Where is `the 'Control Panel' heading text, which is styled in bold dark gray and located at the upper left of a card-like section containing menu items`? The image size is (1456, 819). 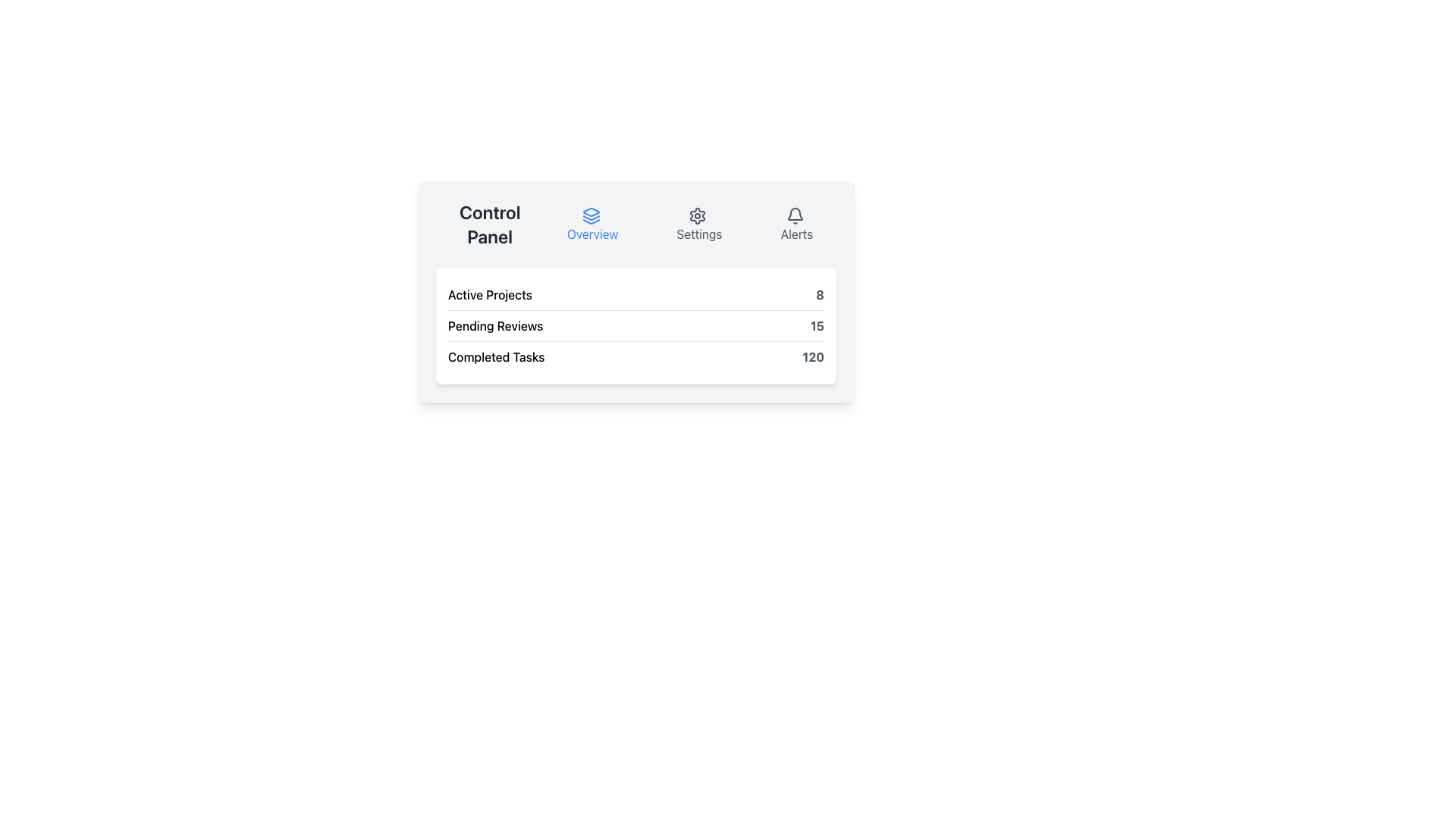
the 'Control Panel' heading text, which is styled in bold dark gray and located at the upper left of a card-like section containing menu items is located at coordinates (490, 224).